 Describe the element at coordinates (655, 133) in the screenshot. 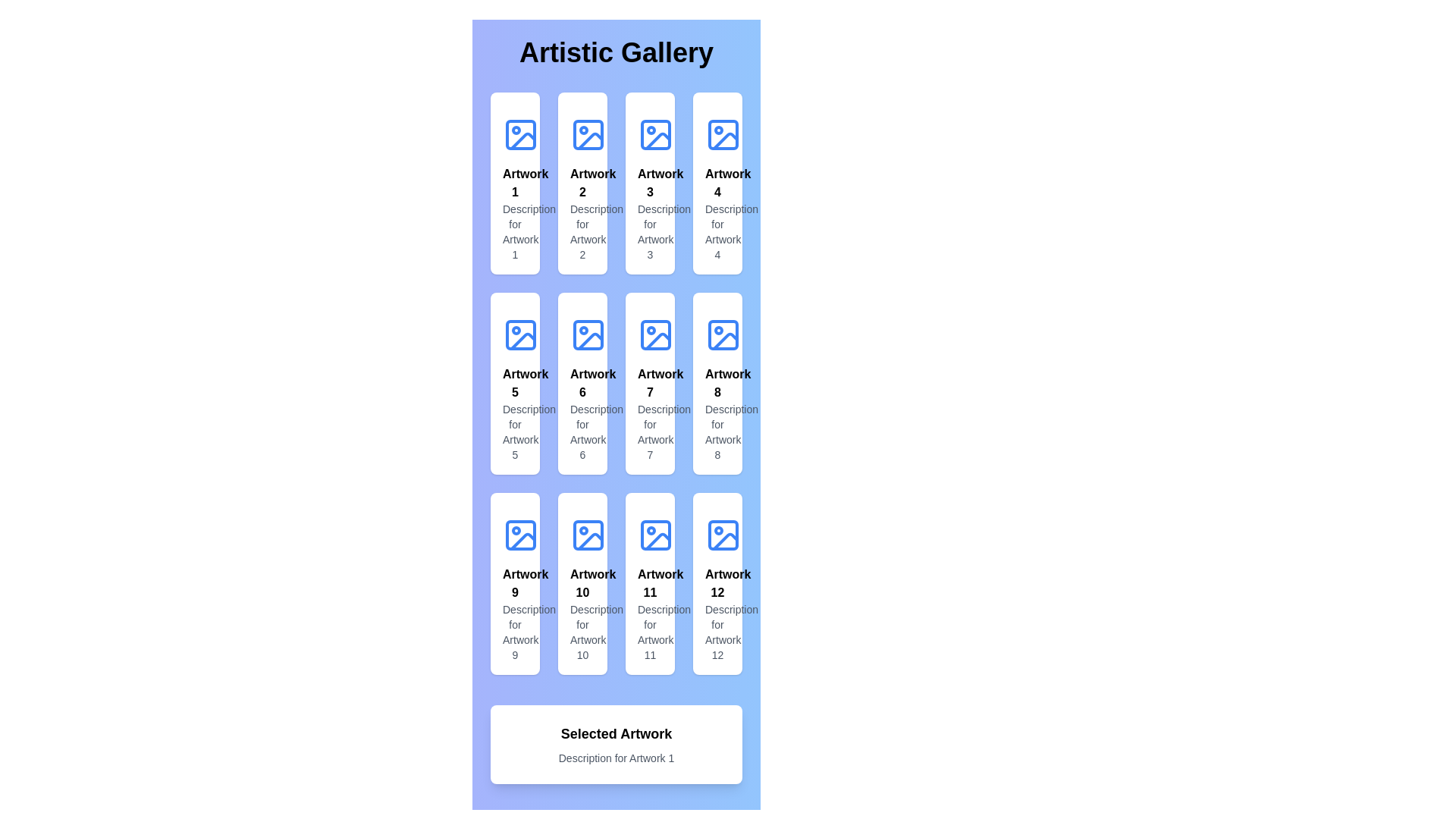

I see `the Icon component that is part of the third image icon in the first row of the gallery layout, which serves as a decorative part of an SVG image indicating detail` at that location.